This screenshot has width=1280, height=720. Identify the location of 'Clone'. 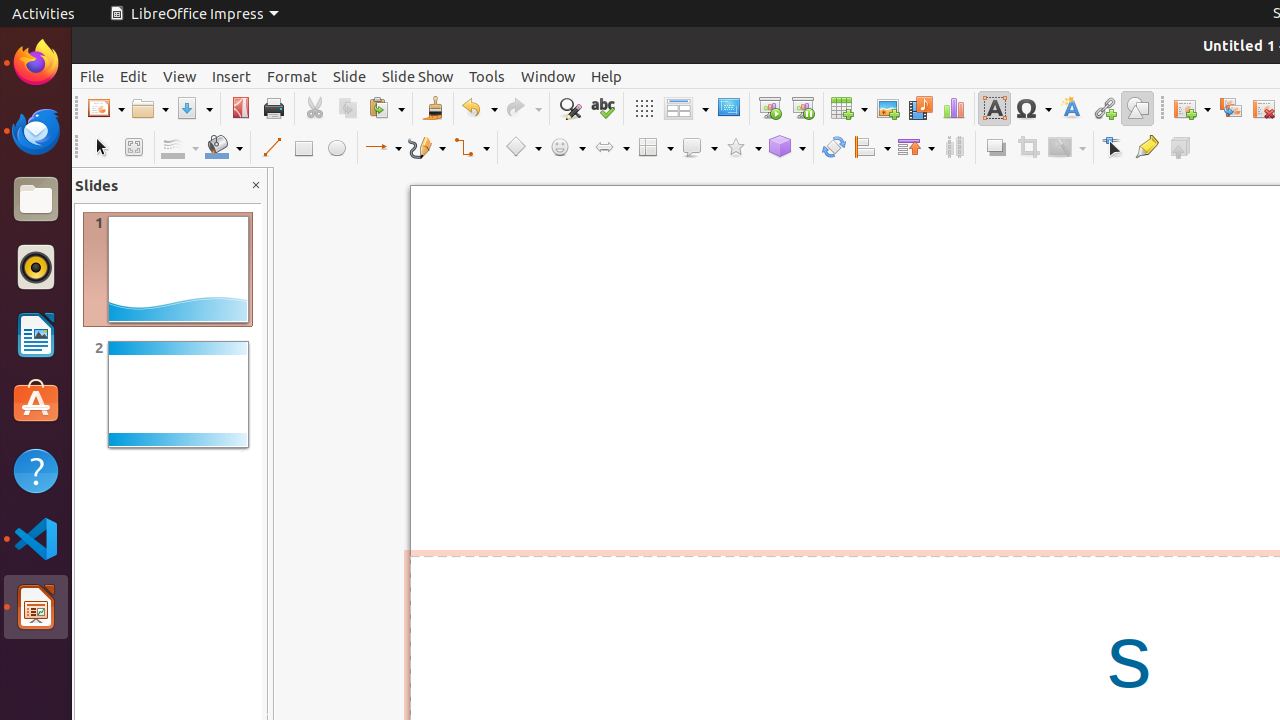
(431, 108).